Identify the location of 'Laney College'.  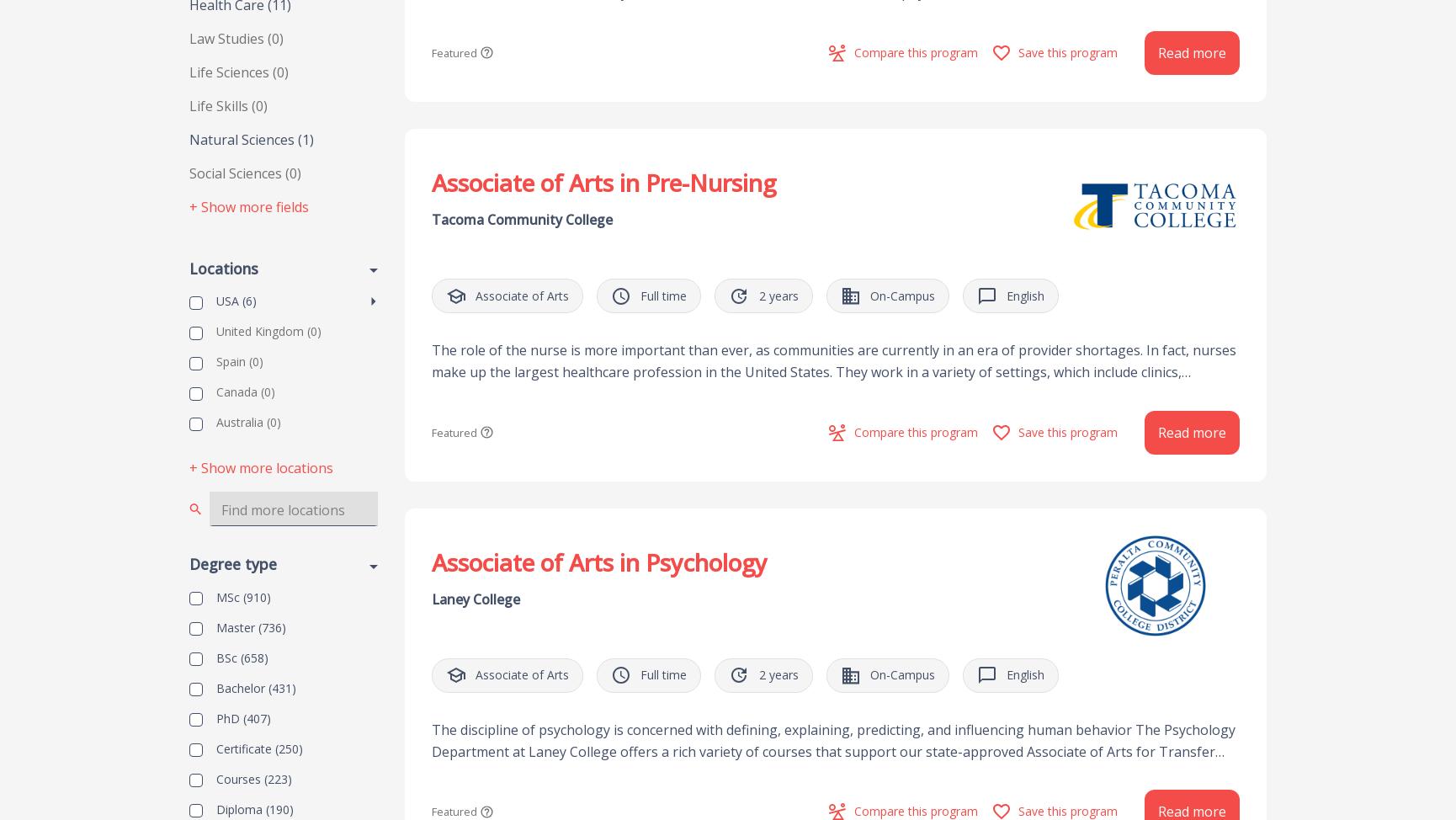
(475, 599).